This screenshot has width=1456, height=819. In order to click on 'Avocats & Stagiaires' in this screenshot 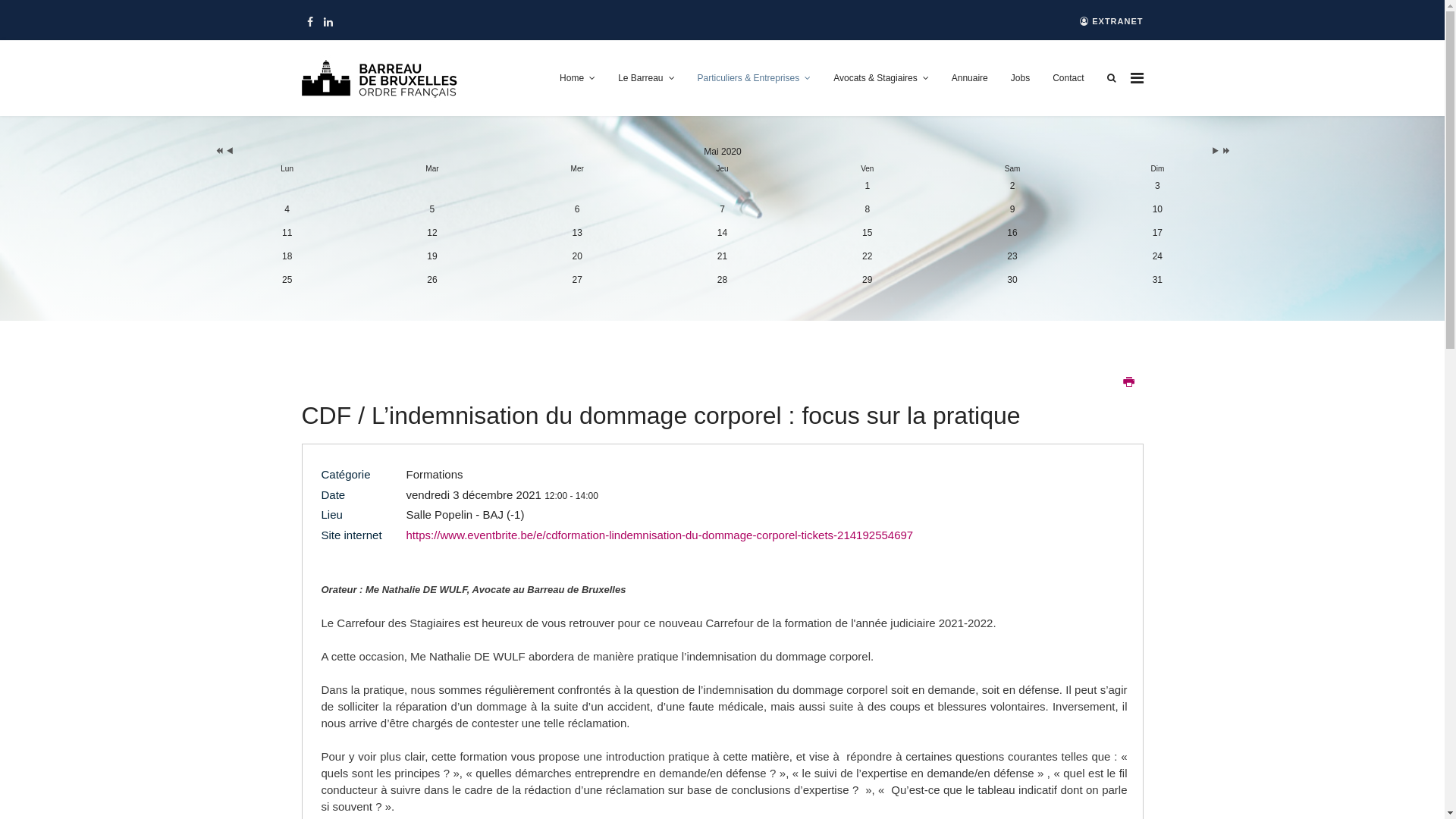, I will do `click(880, 78)`.